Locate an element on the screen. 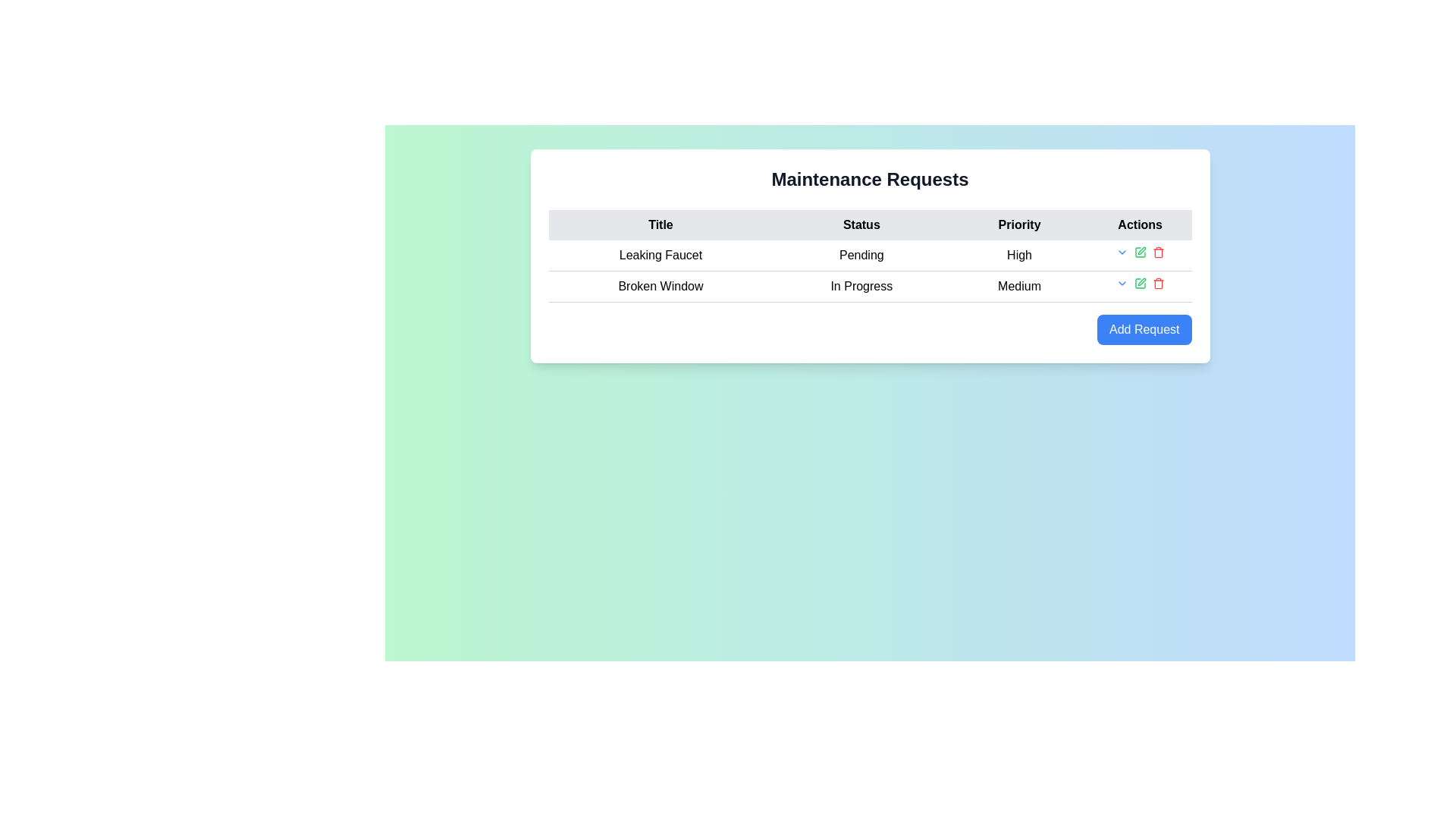  the 'High' priority text label located in the first row, third column of the table under the 'Priority' heading, adjacent to the 'Pending' status and near action buttons is located at coordinates (1019, 255).